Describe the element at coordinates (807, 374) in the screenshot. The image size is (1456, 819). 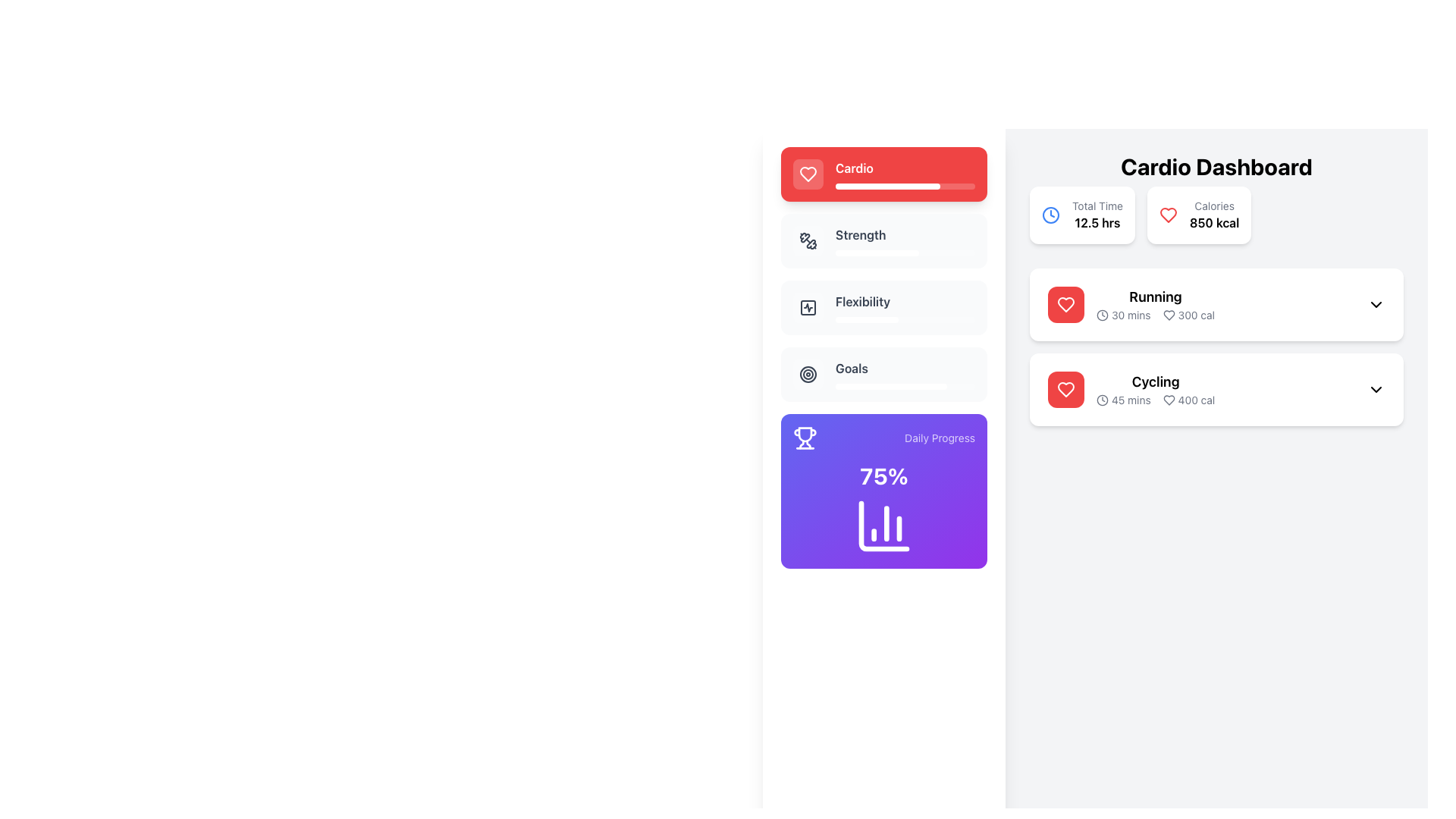
I see `the 'Goals' icon located in the third group of the vertical navigation menu, positioned rightmost next to the text 'Goals'` at that location.